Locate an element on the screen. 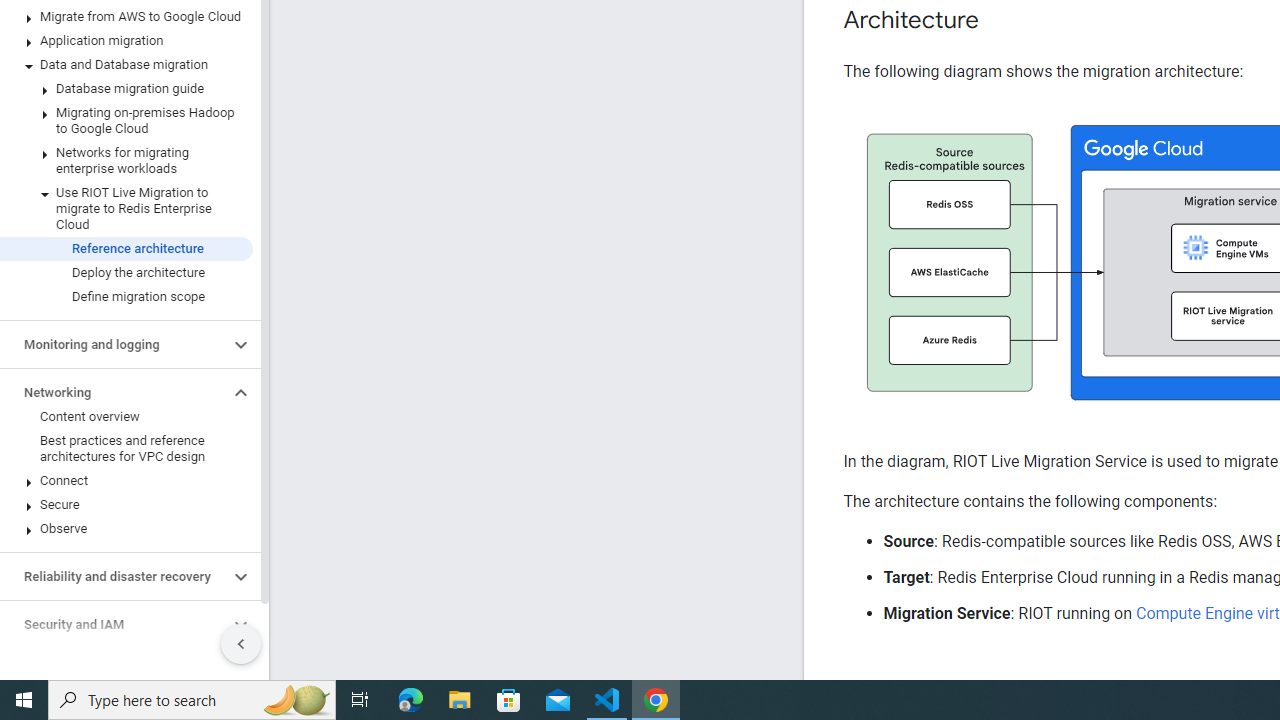  'Observe' is located at coordinates (125, 527).